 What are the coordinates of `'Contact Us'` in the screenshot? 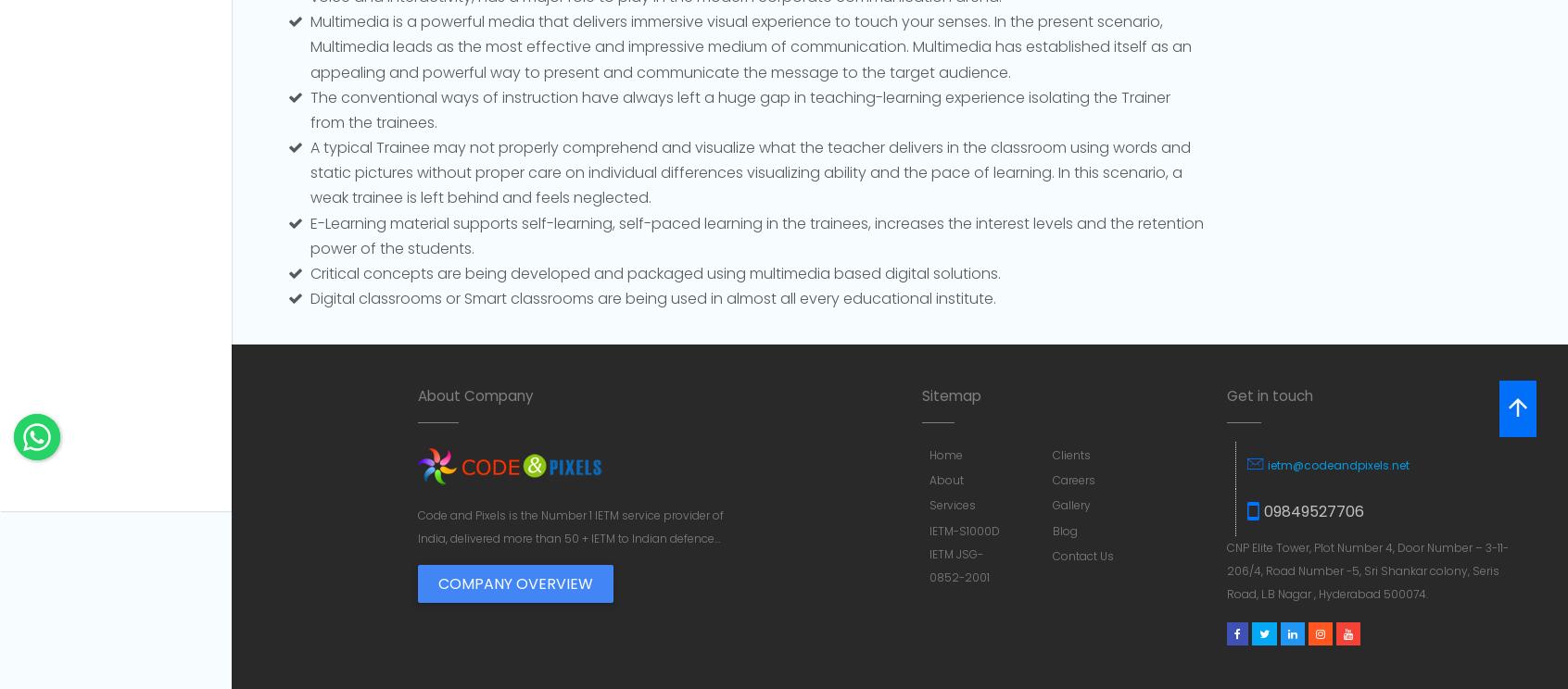 It's located at (1052, 554).